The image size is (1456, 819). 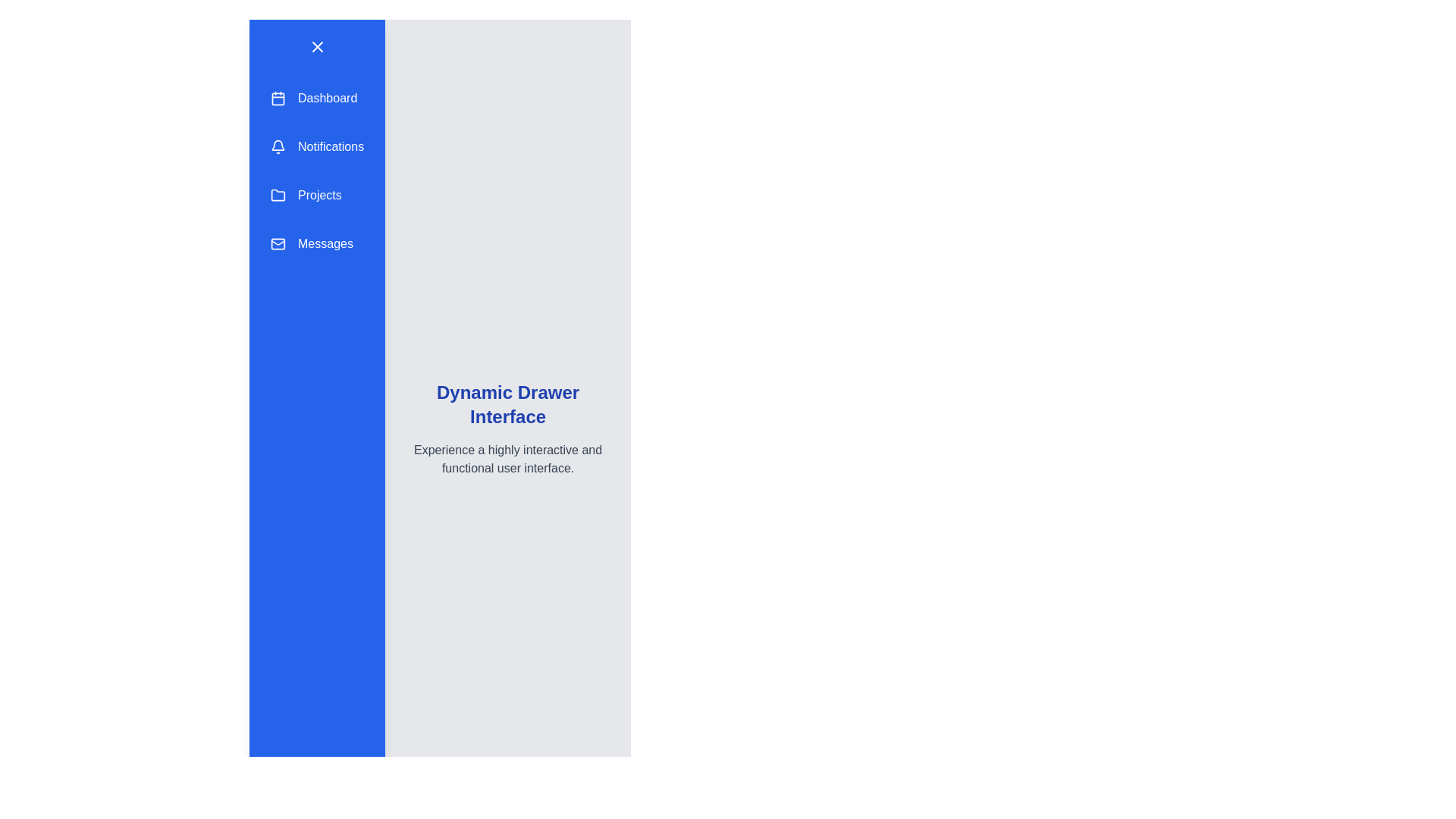 I want to click on the menu item Notifications to navigate to the respective section, so click(x=316, y=146).